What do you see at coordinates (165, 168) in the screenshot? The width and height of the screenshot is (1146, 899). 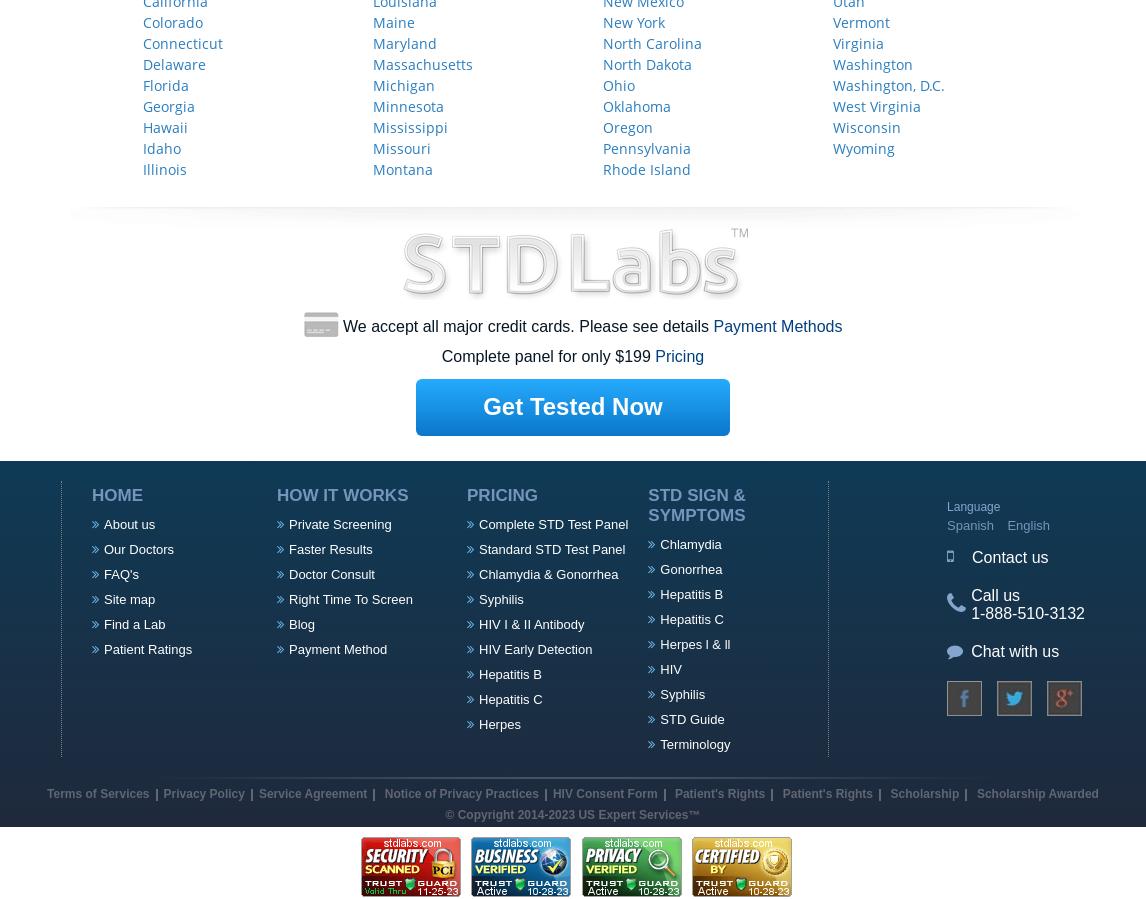 I see `'Illinois'` at bounding box center [165, 168].